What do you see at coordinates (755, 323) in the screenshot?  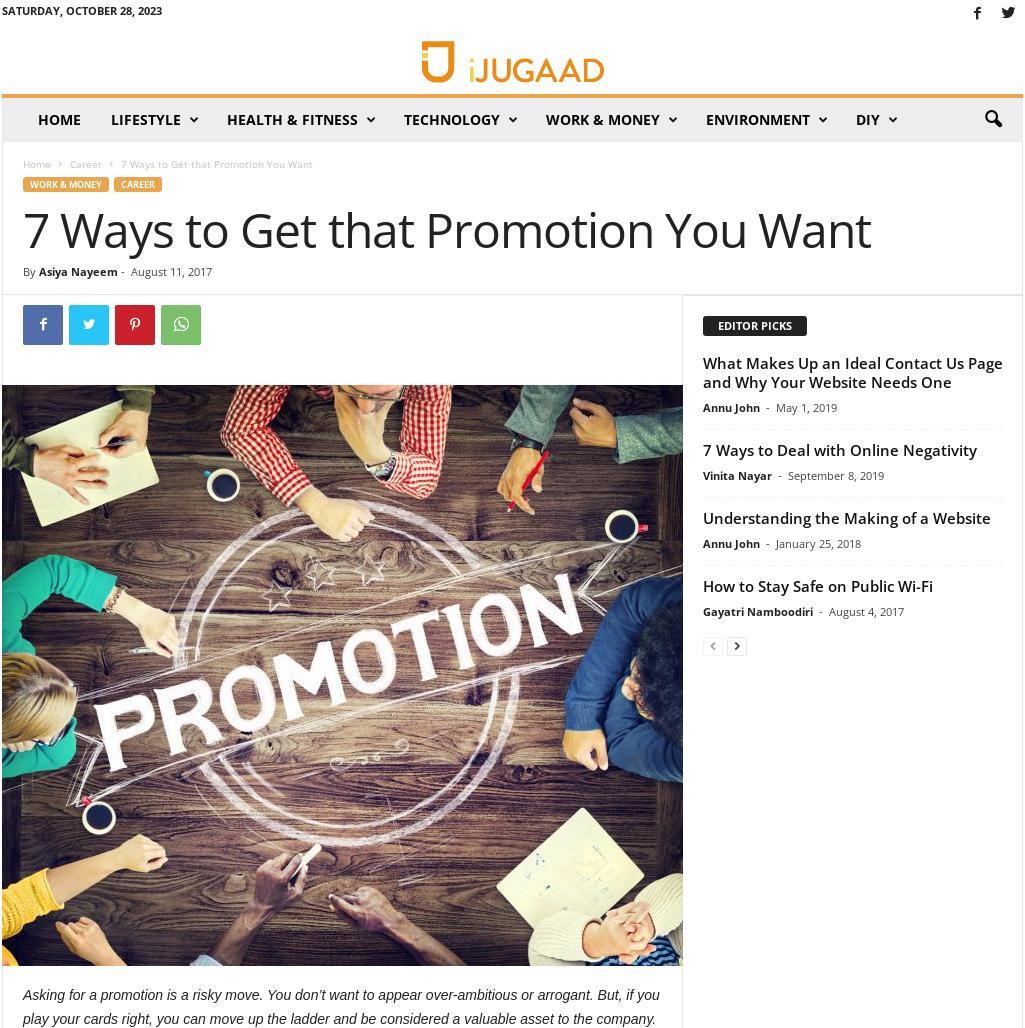 I see `'EDITOR PICKS'` at bounding box center [755, 323].